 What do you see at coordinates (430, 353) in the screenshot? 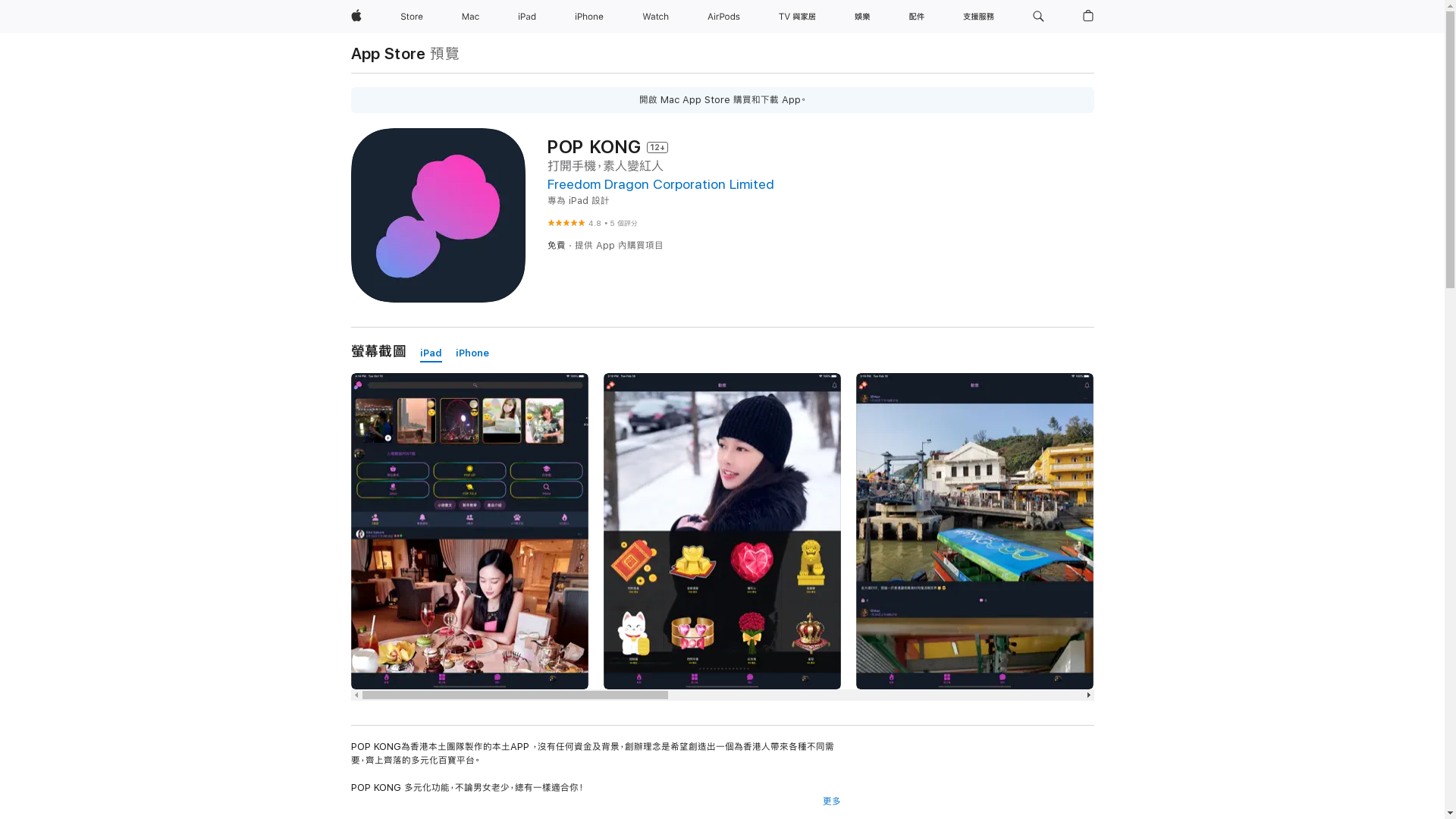
I see `'iPad'` at bounding box center [430, 353].